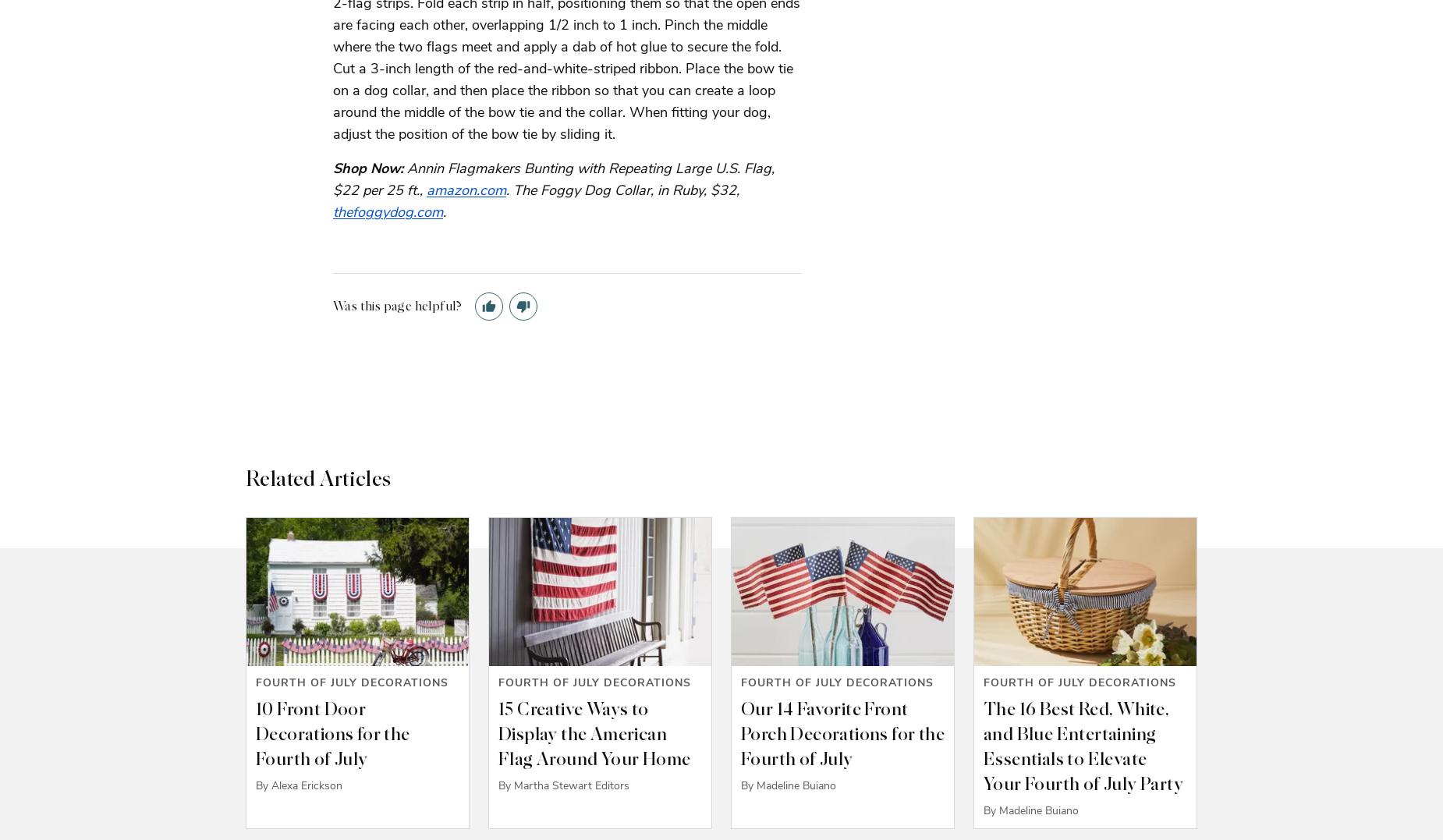 Image resolution: width=1443 pixels, height=840 pixels. What do you see at coordinates (444, 210) in the screenshot?
I see `'.'` at bounding box center [444, 210].